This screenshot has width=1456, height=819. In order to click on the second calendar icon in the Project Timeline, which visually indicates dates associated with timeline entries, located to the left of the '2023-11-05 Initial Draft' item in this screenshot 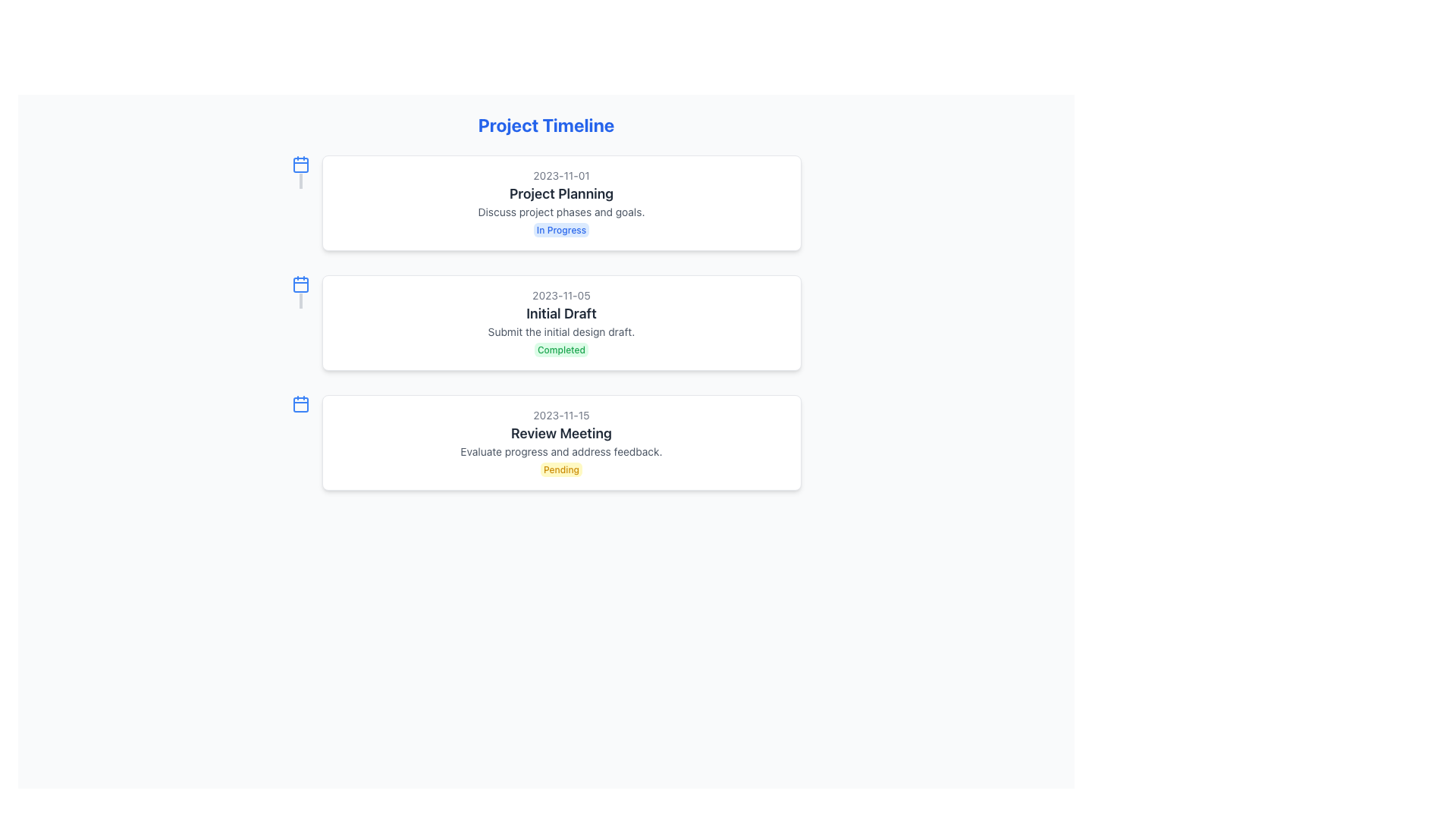, I will do `click(300, 284)`.